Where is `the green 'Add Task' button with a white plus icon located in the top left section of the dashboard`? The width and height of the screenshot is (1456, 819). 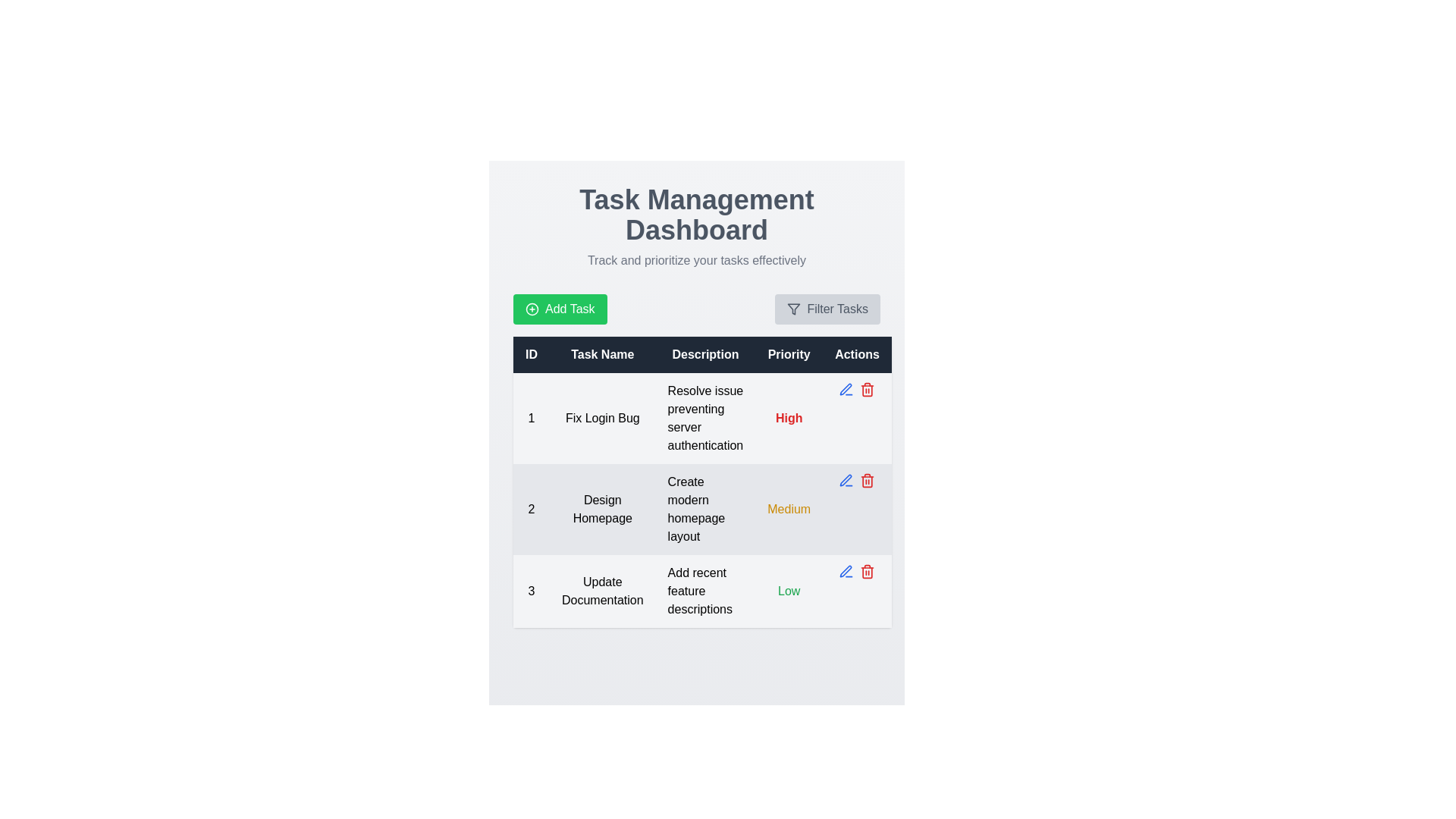
the green 'Add Task' button with a white plus icon located in the top left section of the dashboard is located at coordinates (559, 309).